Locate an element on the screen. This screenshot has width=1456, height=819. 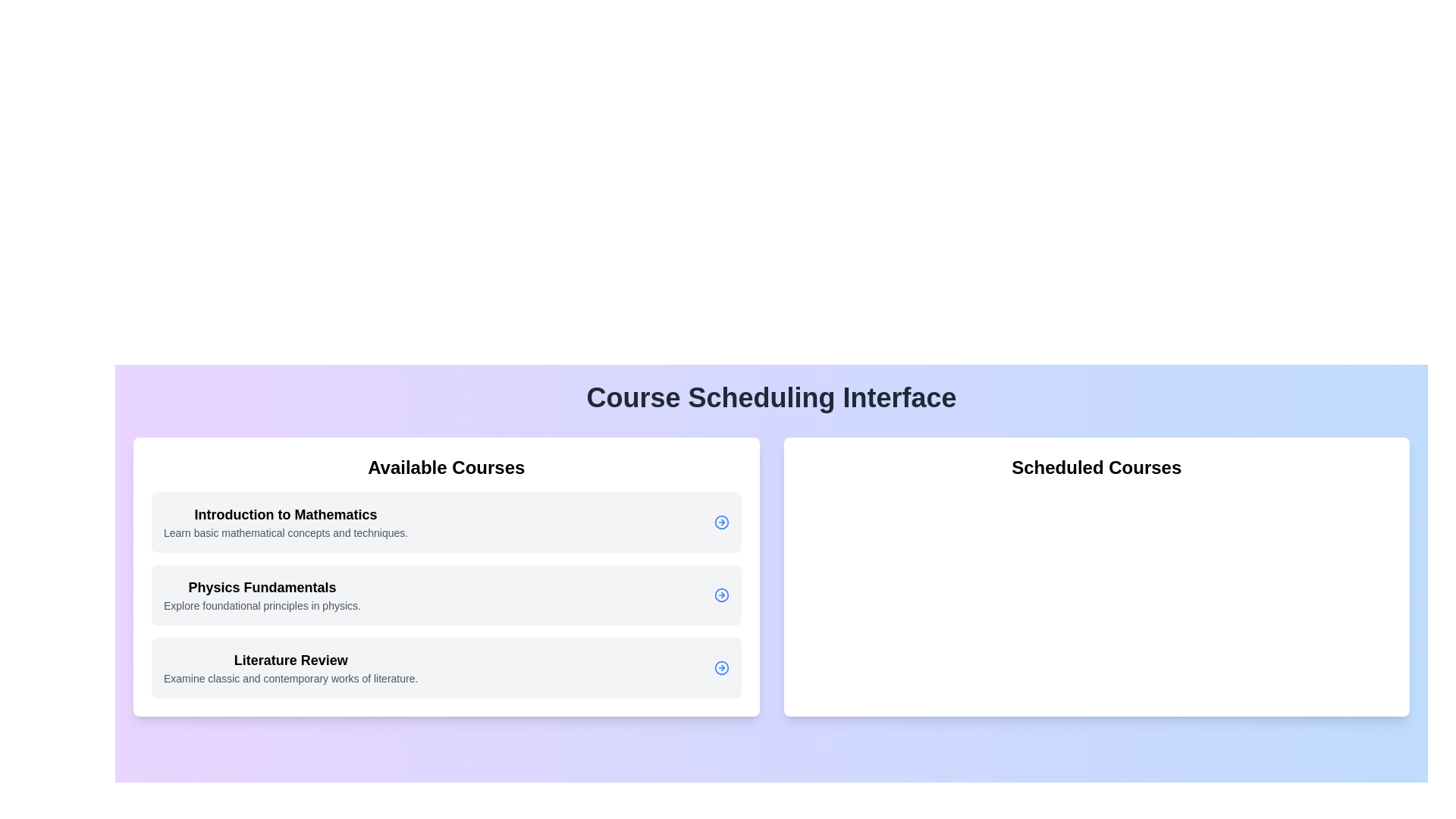
the header text for the 'Literature Review' course, which is located below the 'Physics Fundamentals' section in the left panel titled 'Available Courses' is located at coordinates (290, 660).